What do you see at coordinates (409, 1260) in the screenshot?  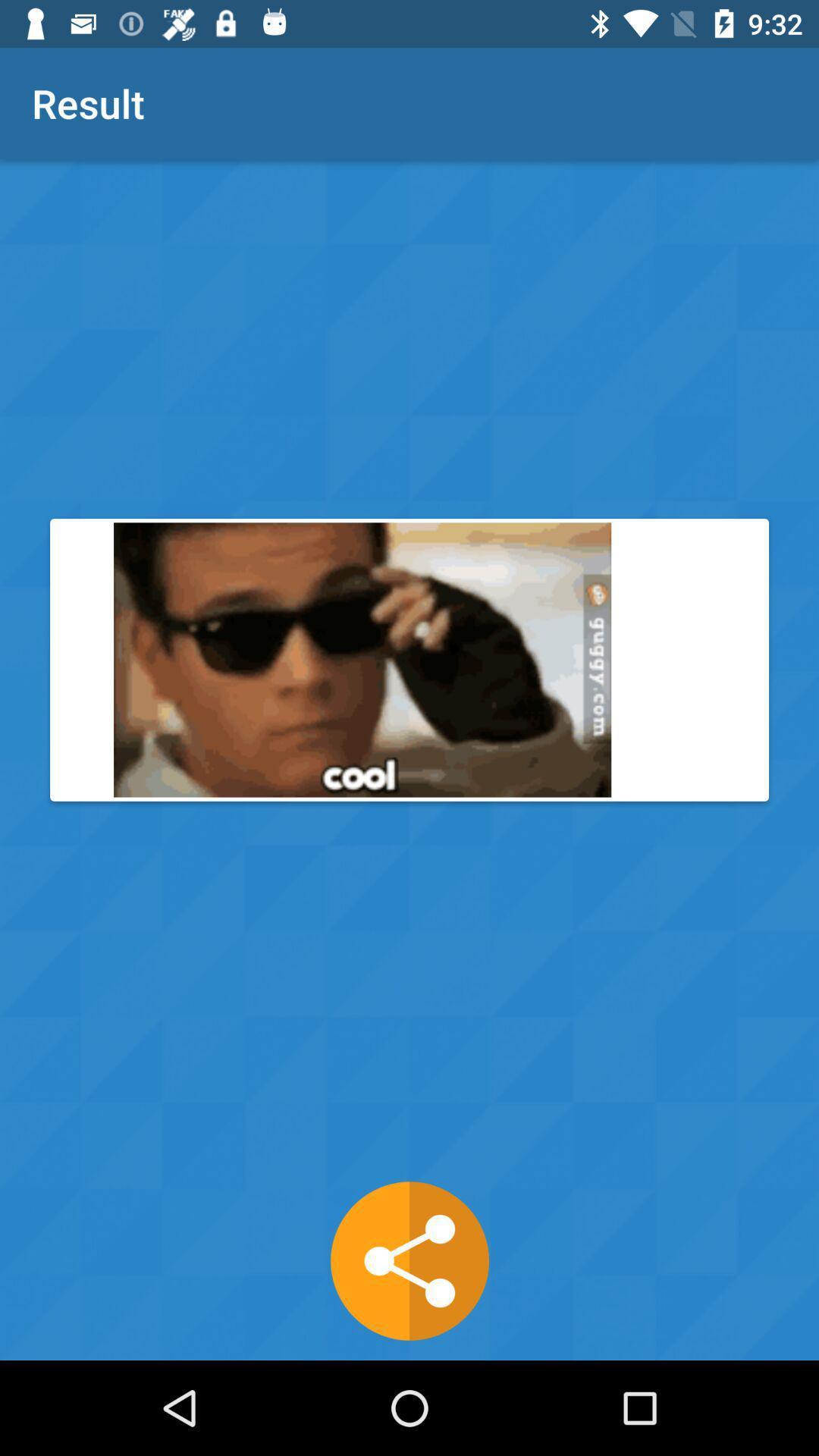 I see `the share icon` at bounding box center [409, 1260].